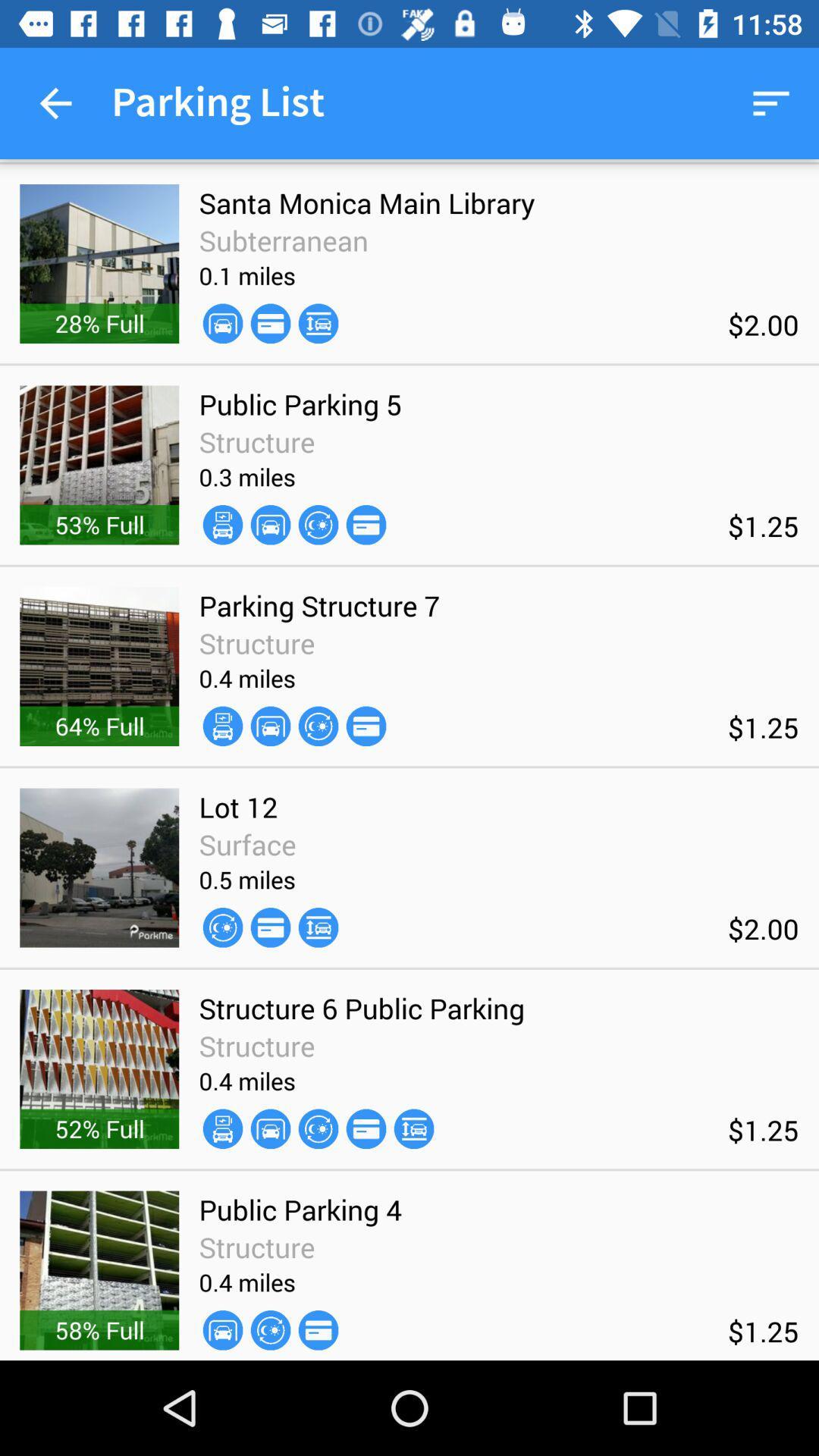 Image resolution: width=819 pixels, height=1456 pixels. What do you see at coordinates (318, 725) in the screenshot?
I see `icon to the right of the 0.4 miles icon` at bounding box center [318, 725].